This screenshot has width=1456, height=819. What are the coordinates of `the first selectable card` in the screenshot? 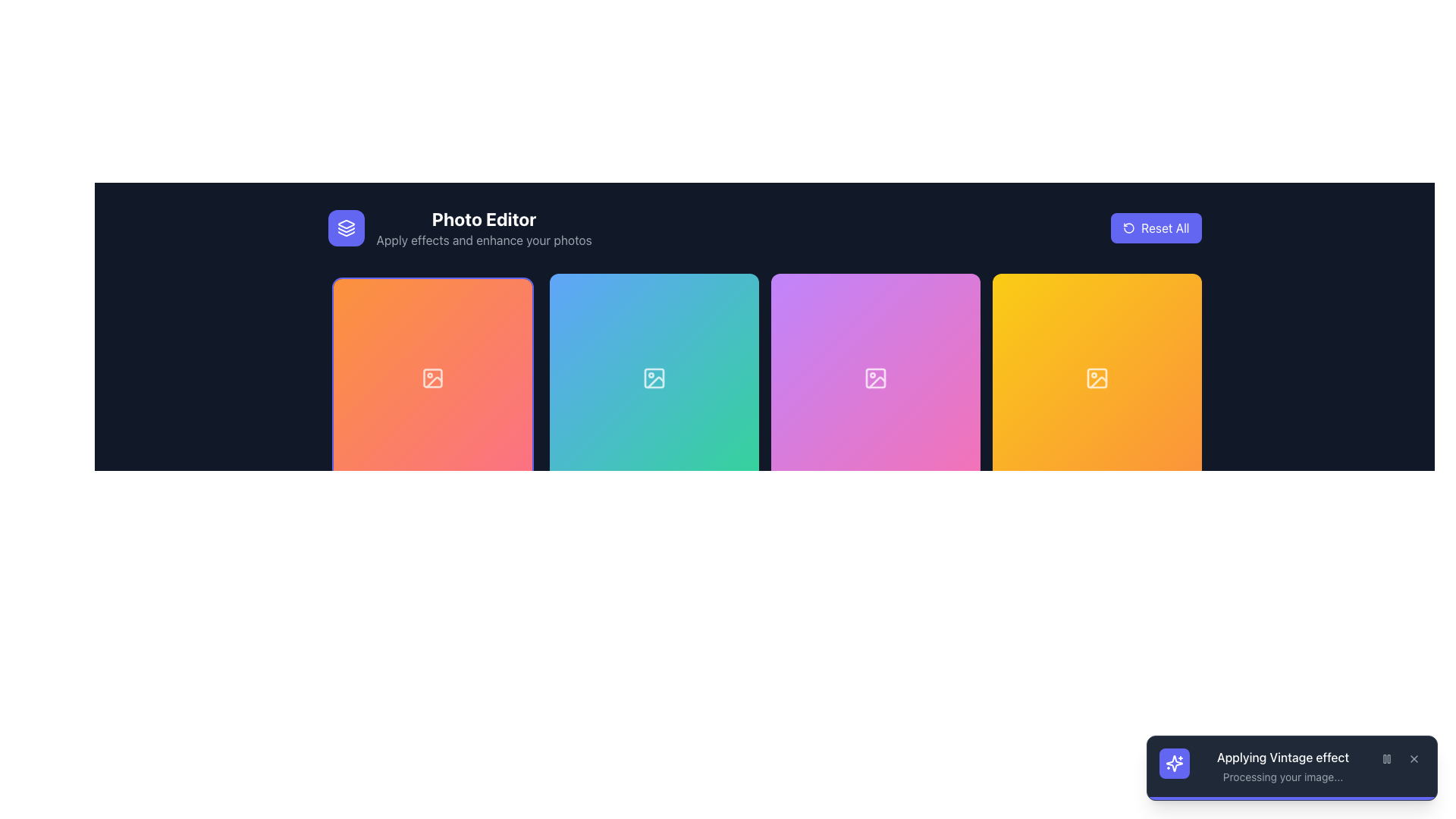 It's located at (431, 377).